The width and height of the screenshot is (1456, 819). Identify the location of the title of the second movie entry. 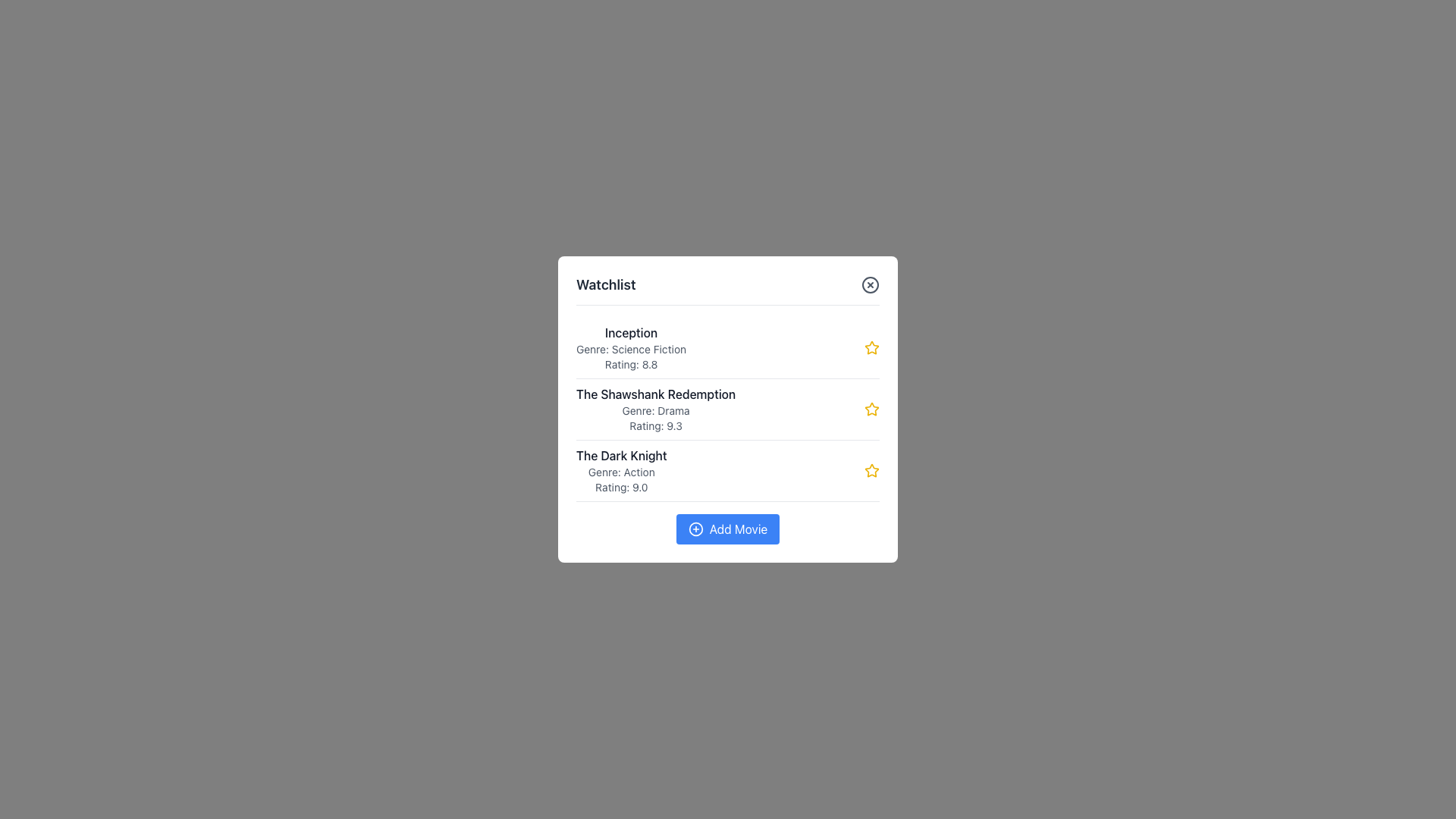
(728, 409).